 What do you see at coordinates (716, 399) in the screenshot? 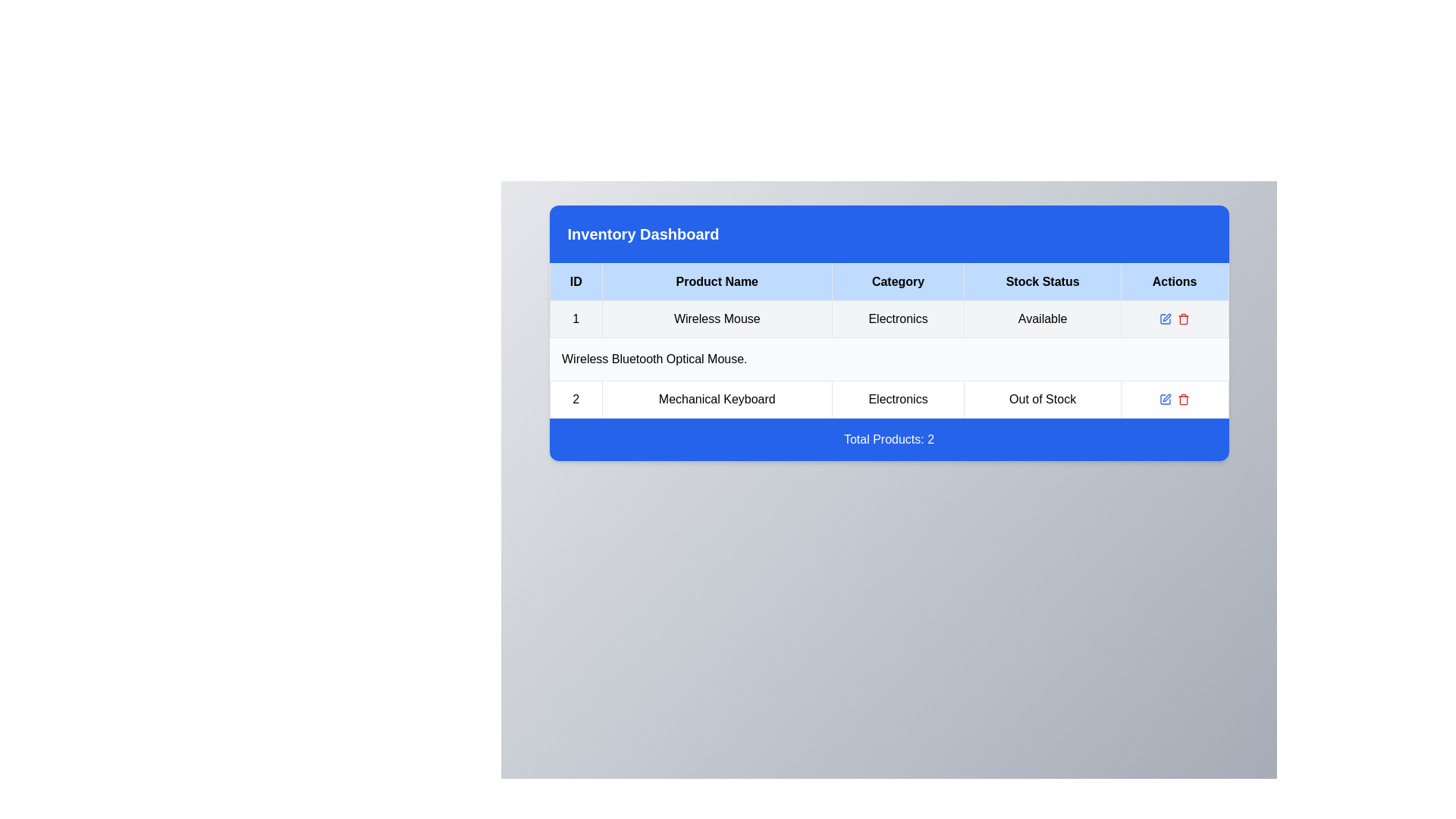
I see `the static text label displaying the product name 'Mechanical Keyboard' in the second row of the table under the 'Product Name' column` at bounding box center [716, 399].